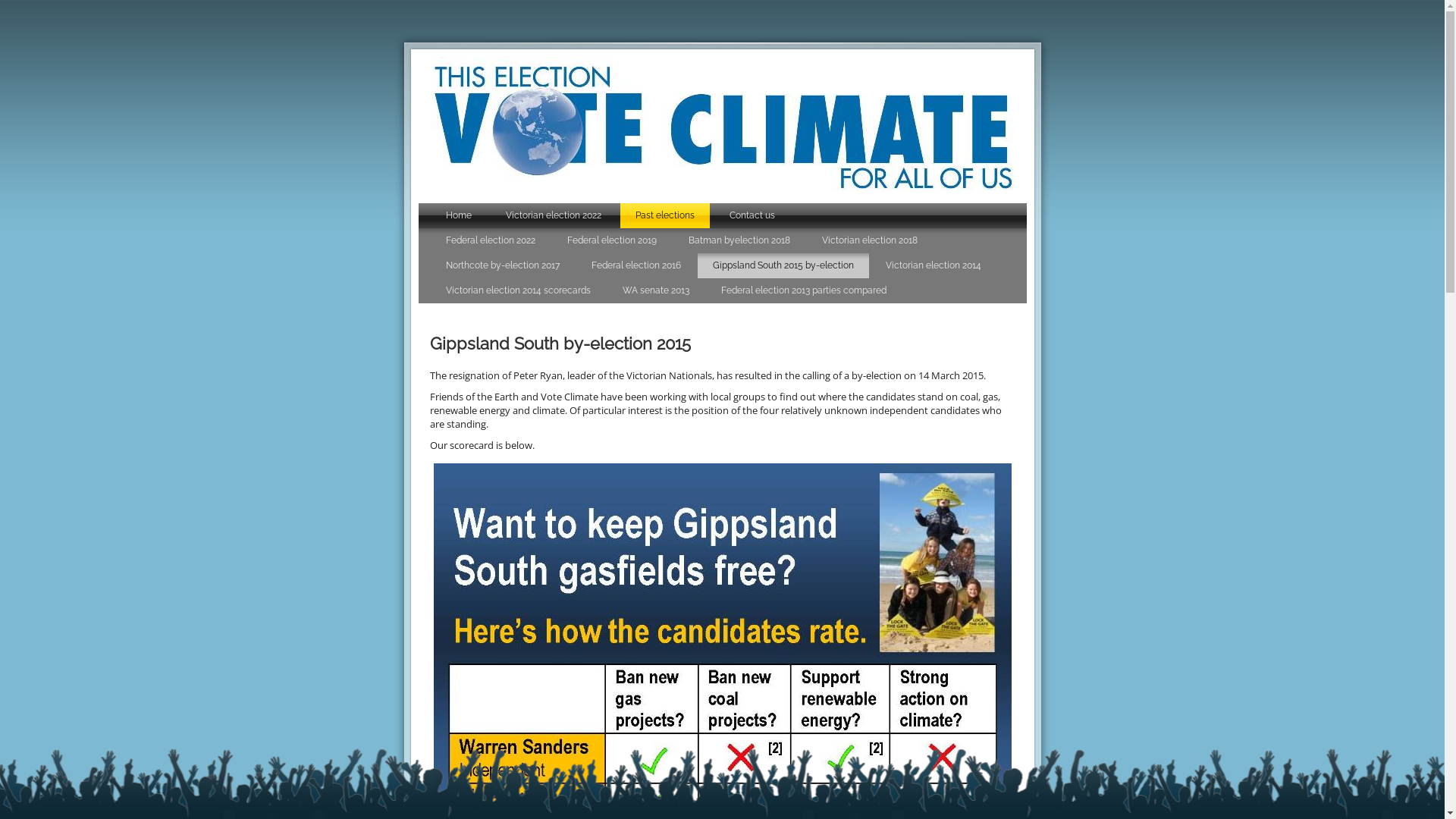 The height and width of the screenshot is (819, 1456). Describe the element at coordinates (552, 215) in the screenshot. I see `'Victorian election 2022'` at that location.